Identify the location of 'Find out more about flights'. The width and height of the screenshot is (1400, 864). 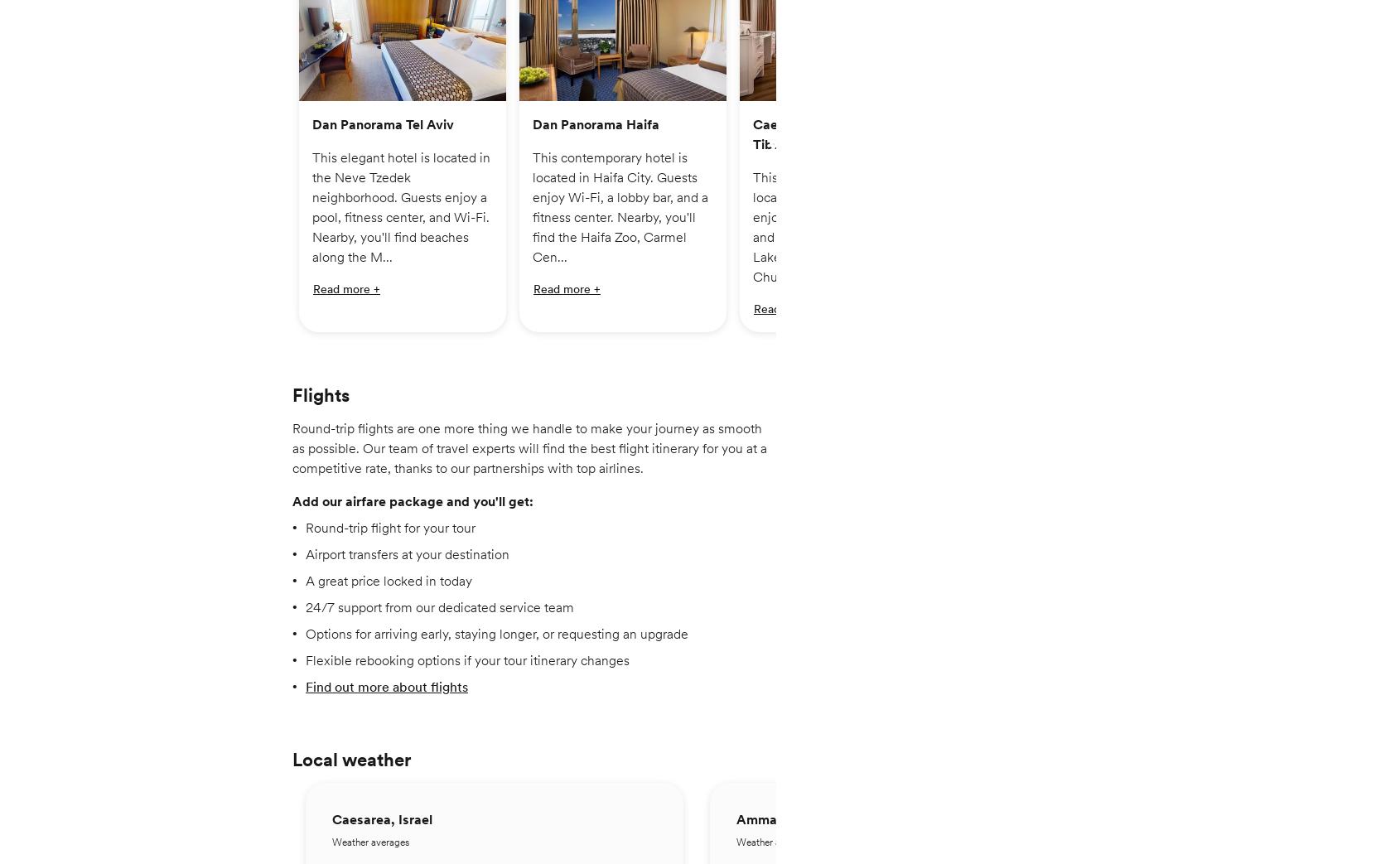
(304, 696).